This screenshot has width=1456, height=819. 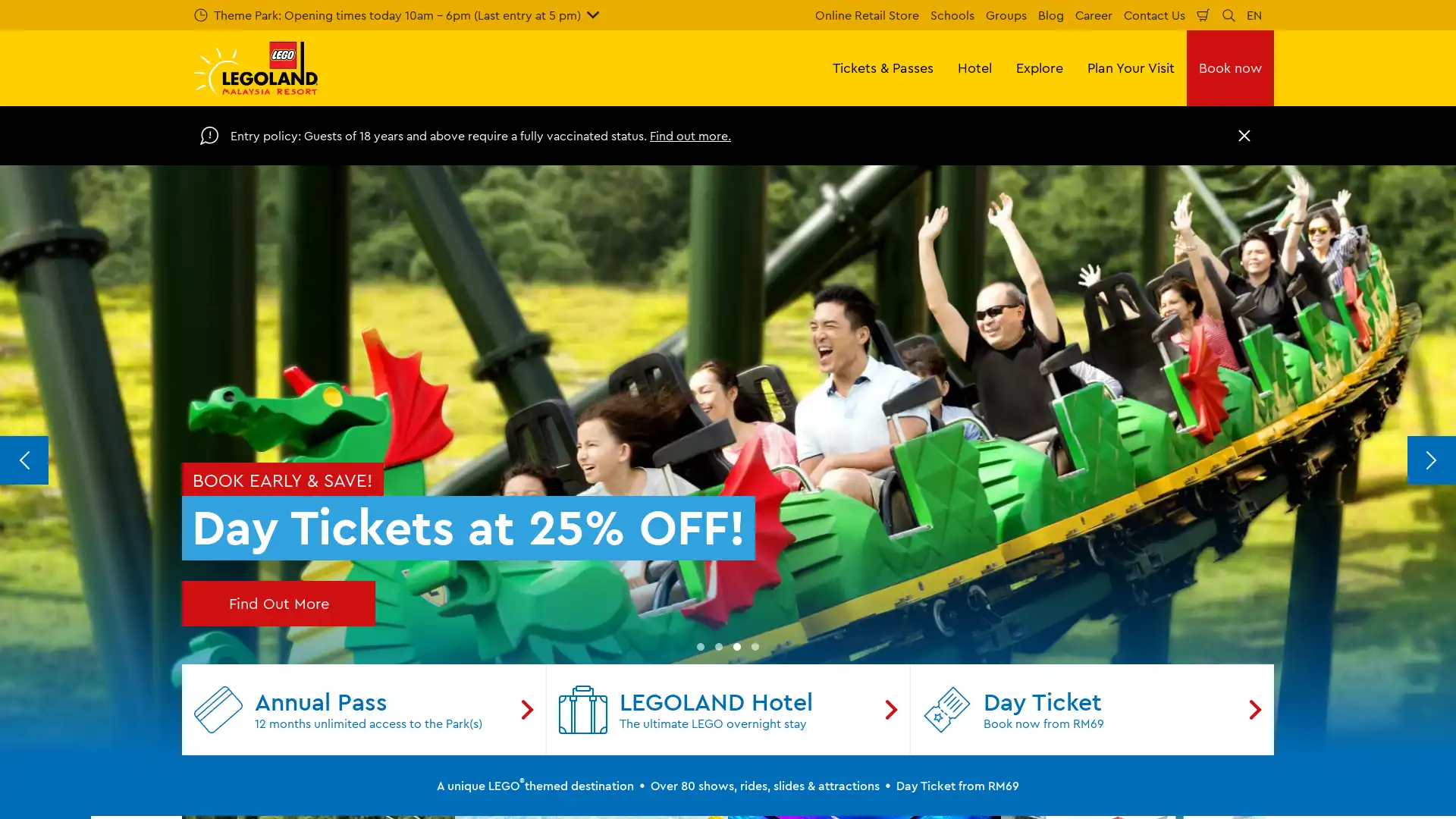 I want to click on Plan Your Visit, so click(x=1131, y=67).